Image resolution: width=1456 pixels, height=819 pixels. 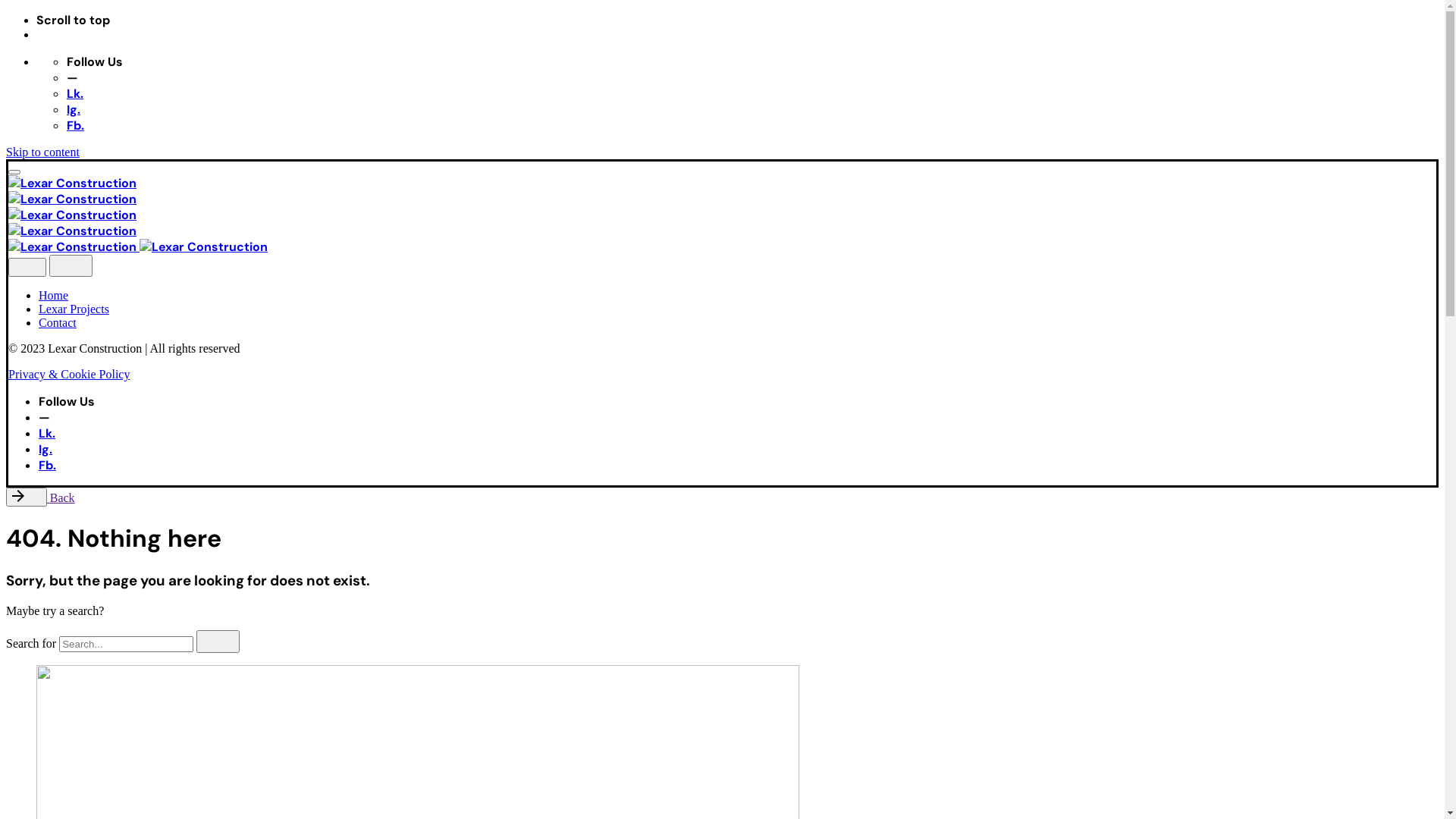 I want to click on 'Ig.', so click(x=65, y=108).